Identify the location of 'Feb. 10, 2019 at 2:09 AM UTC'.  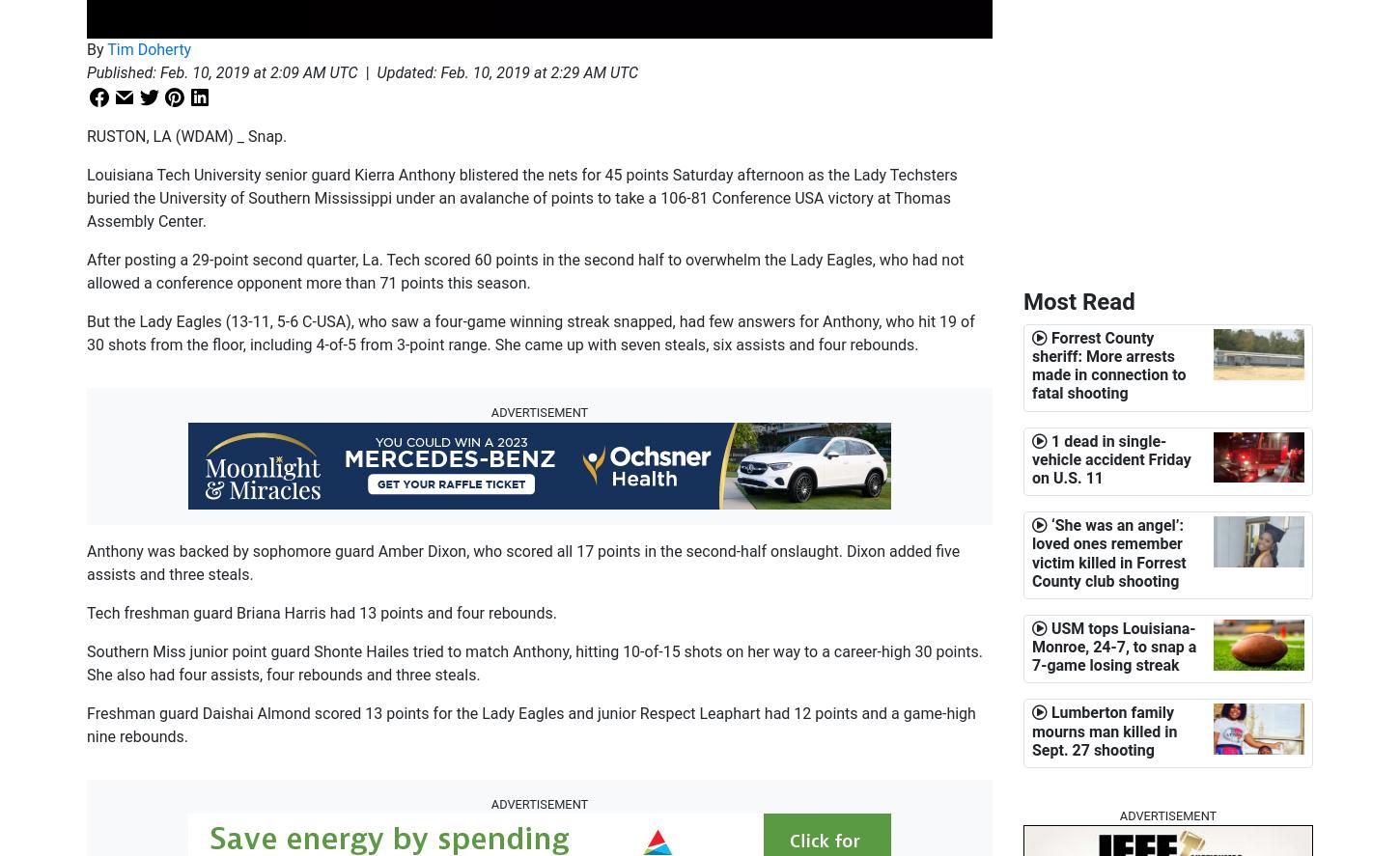
(258, 70).